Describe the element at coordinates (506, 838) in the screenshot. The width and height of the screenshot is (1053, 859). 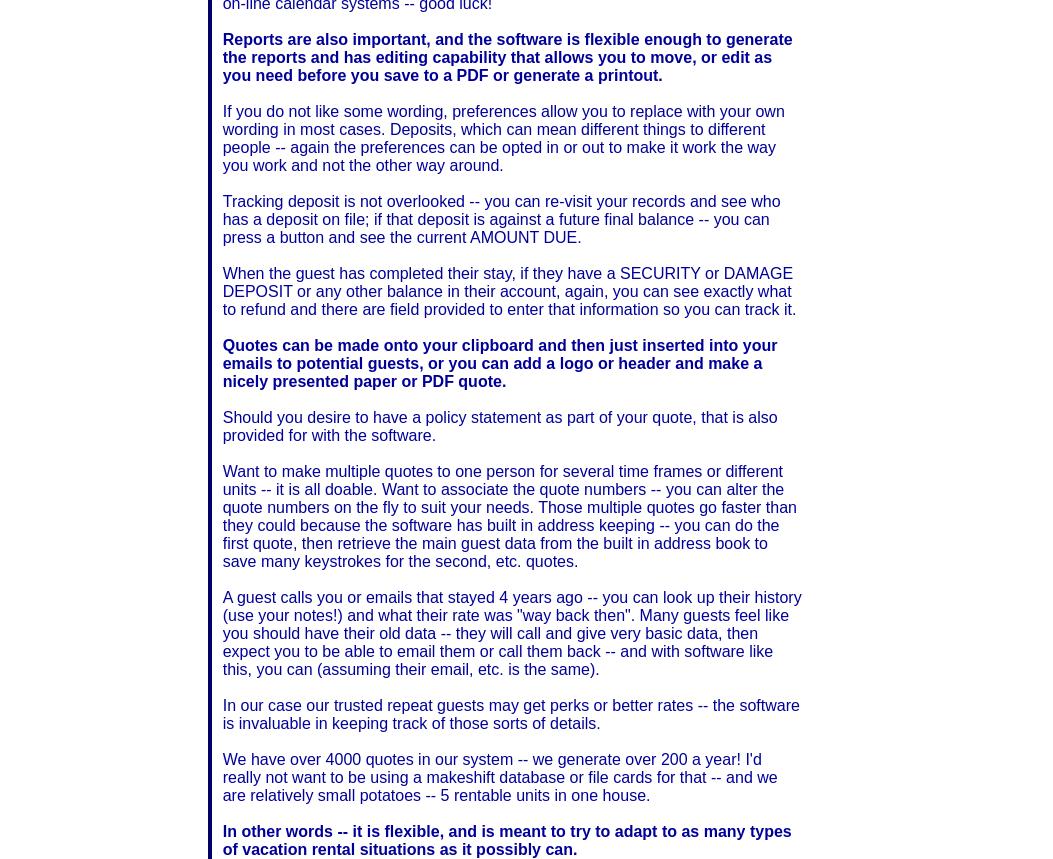
I see `'In other words -- it is flexible, and is meant to try to adapt to as many types of vacation rental situations as it possibly can.'` at that location.